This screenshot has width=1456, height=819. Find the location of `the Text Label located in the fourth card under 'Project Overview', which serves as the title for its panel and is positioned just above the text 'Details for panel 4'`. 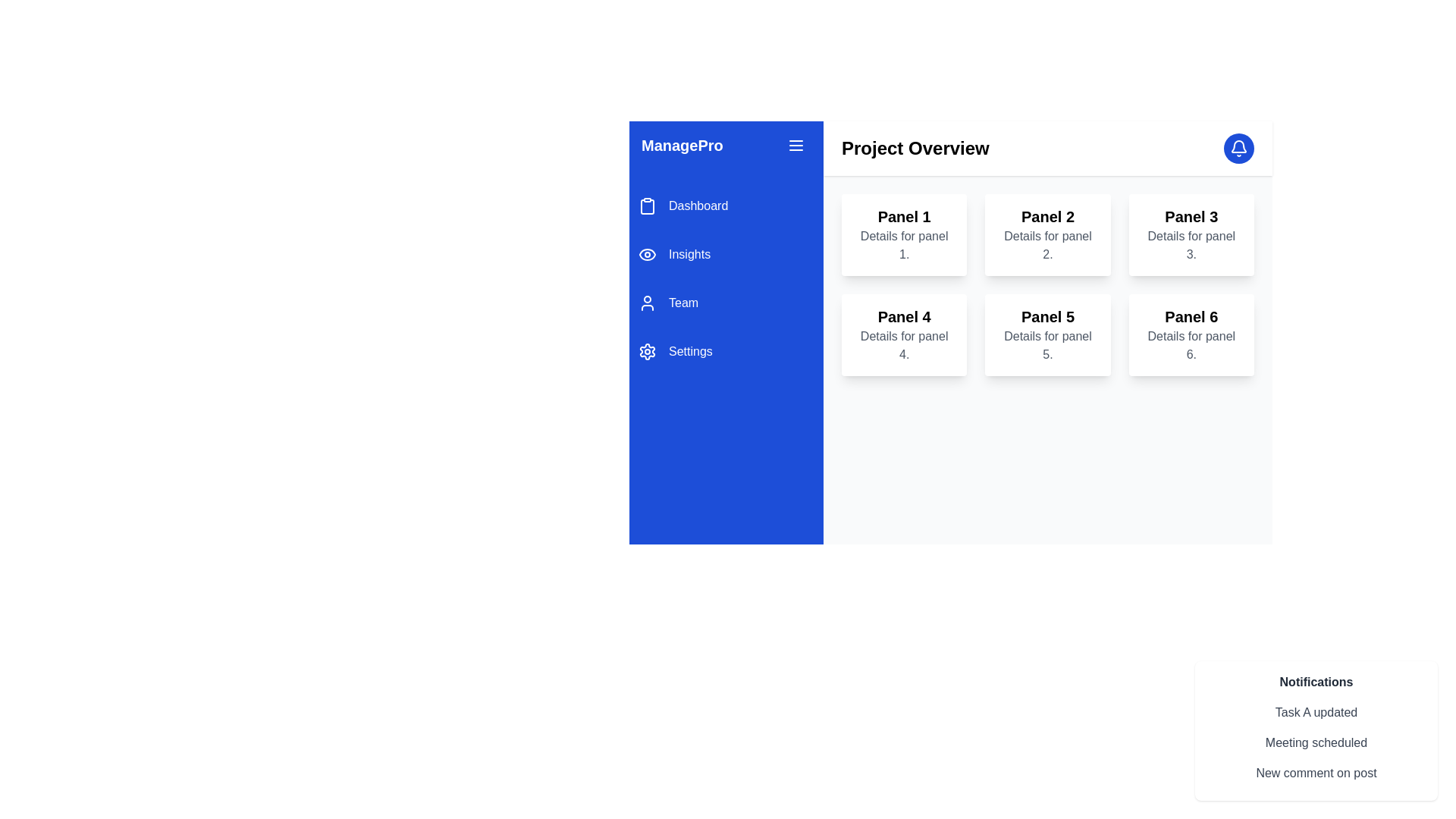

the Text Label located in the fourth card under 'Project Overview', which serves as the title for its panel and is positioned just above the text 'Details for panel 4' is located at coordinates (904, 315).